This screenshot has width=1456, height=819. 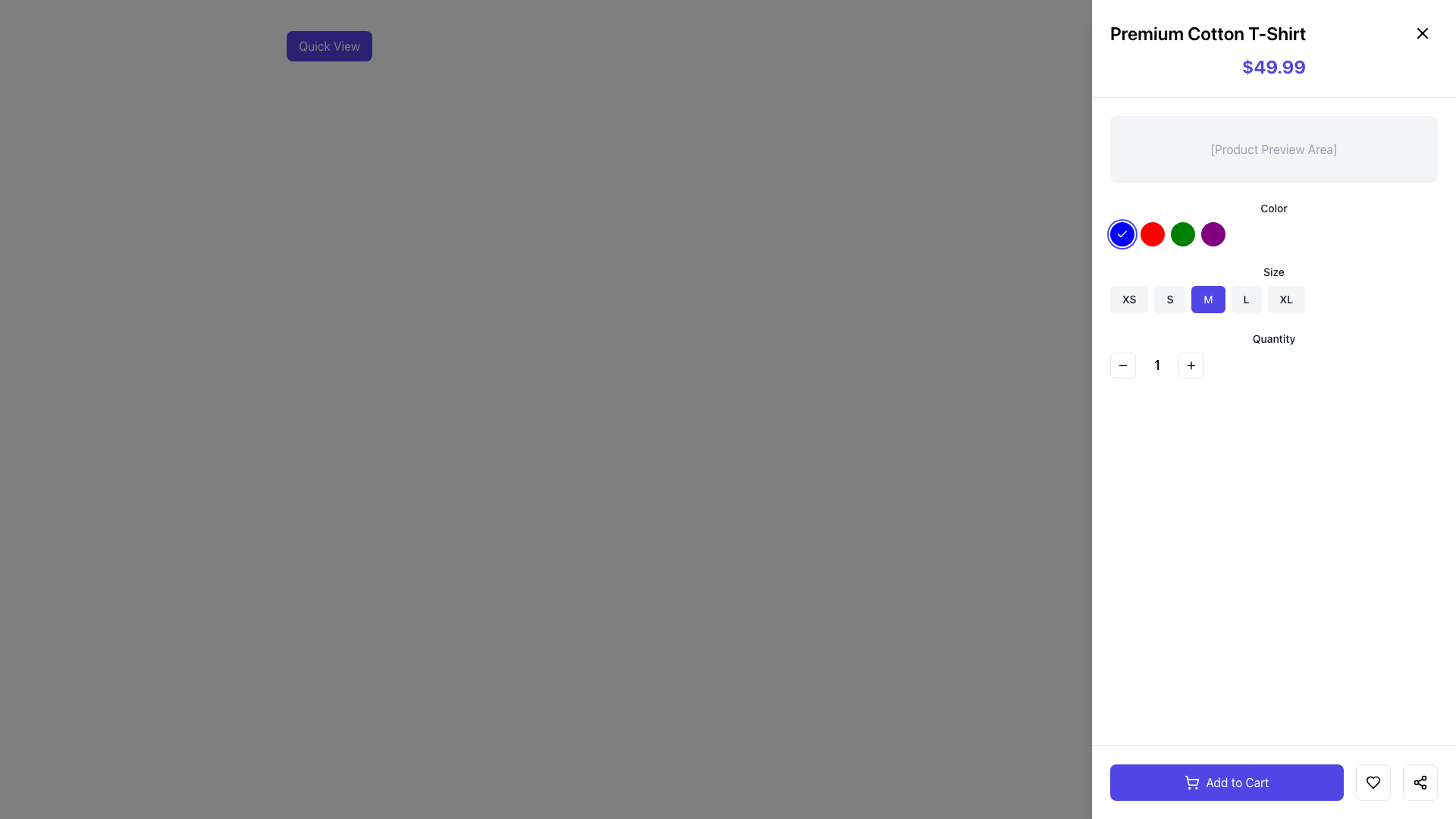 What do you see at coordinates (1153, 234) in the screenshot?
I see `the small circular button with a red background, which is the second button in a horizontal sequence of color selection buttons` at bounding box center [1153, 234].